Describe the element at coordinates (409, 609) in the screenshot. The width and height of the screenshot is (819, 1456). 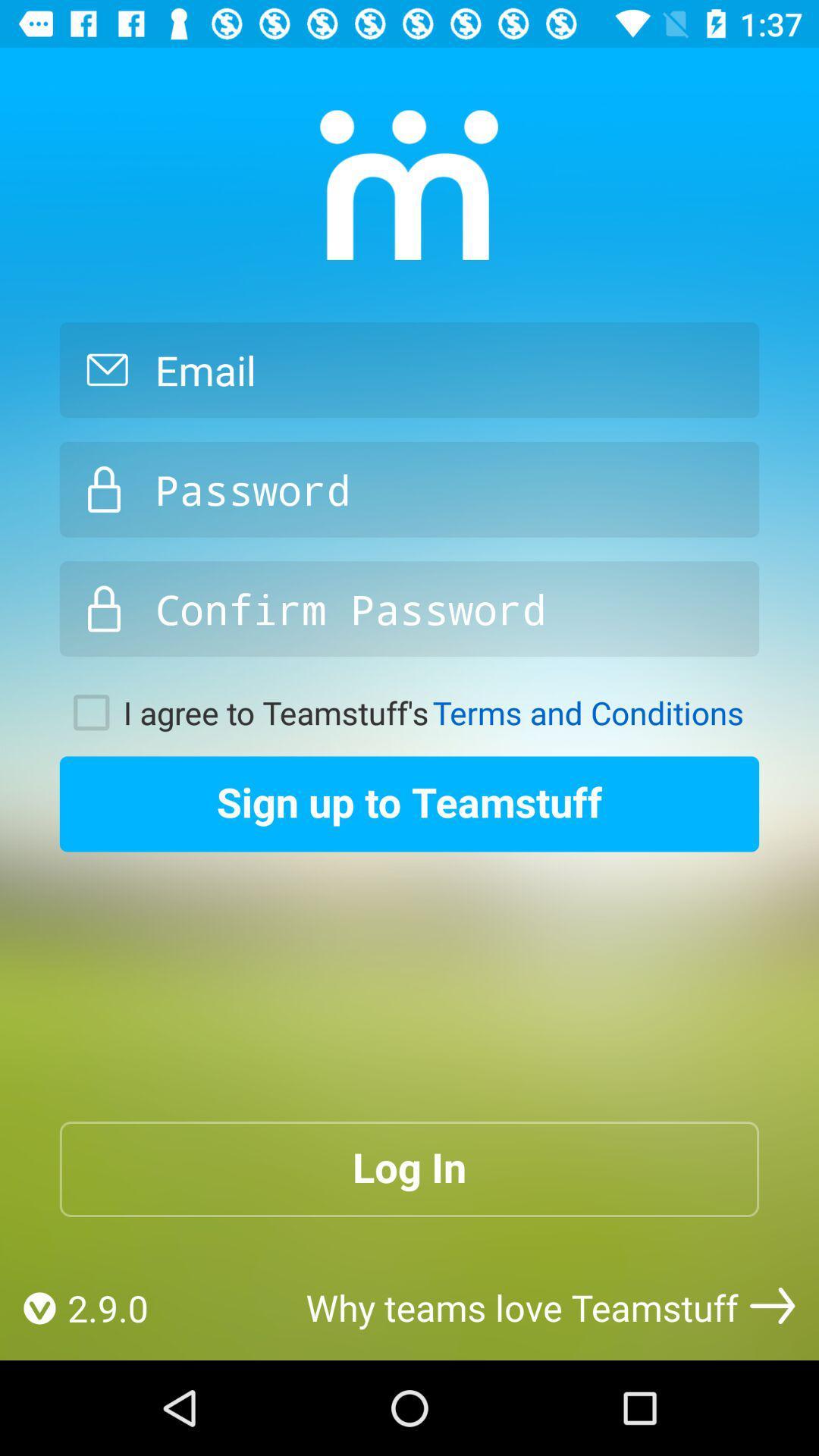
I see `confirm pass work box` at that location.